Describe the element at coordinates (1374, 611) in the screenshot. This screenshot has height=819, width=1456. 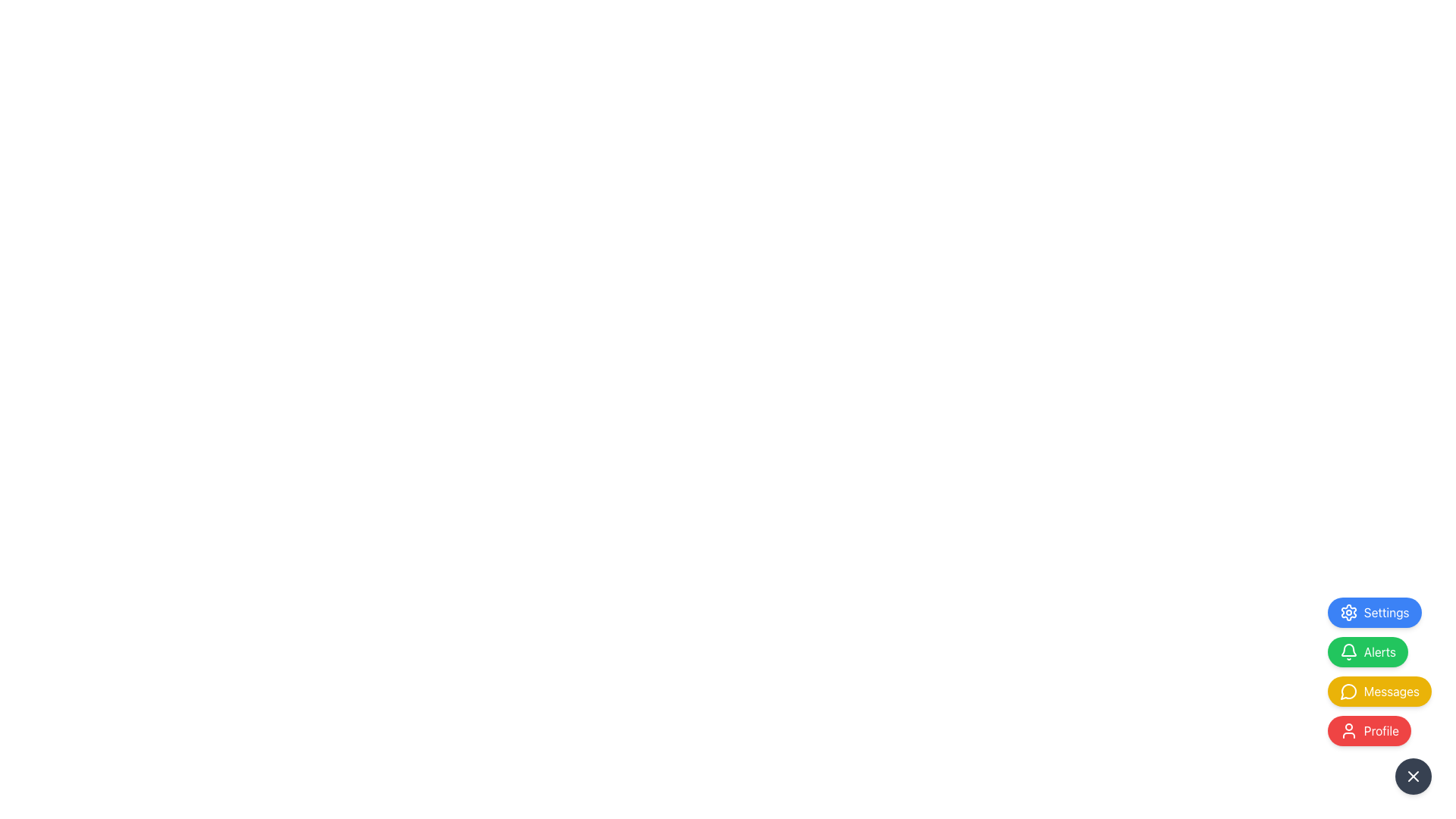
I see `the settings button located on the right side of the interface` at that location.